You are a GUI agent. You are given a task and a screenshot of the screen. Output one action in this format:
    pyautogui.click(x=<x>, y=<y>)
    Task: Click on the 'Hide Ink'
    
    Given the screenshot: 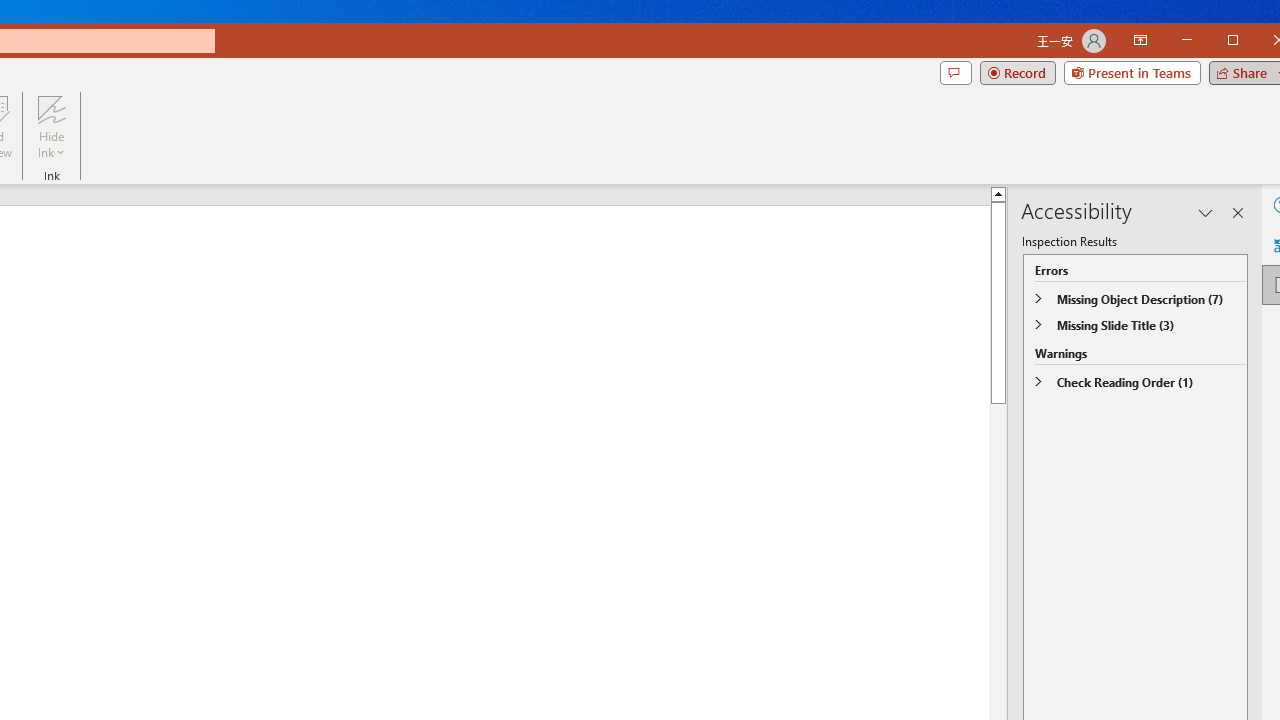 What is the action you would take?
    pyautogui.click(x=51, y=109)
    